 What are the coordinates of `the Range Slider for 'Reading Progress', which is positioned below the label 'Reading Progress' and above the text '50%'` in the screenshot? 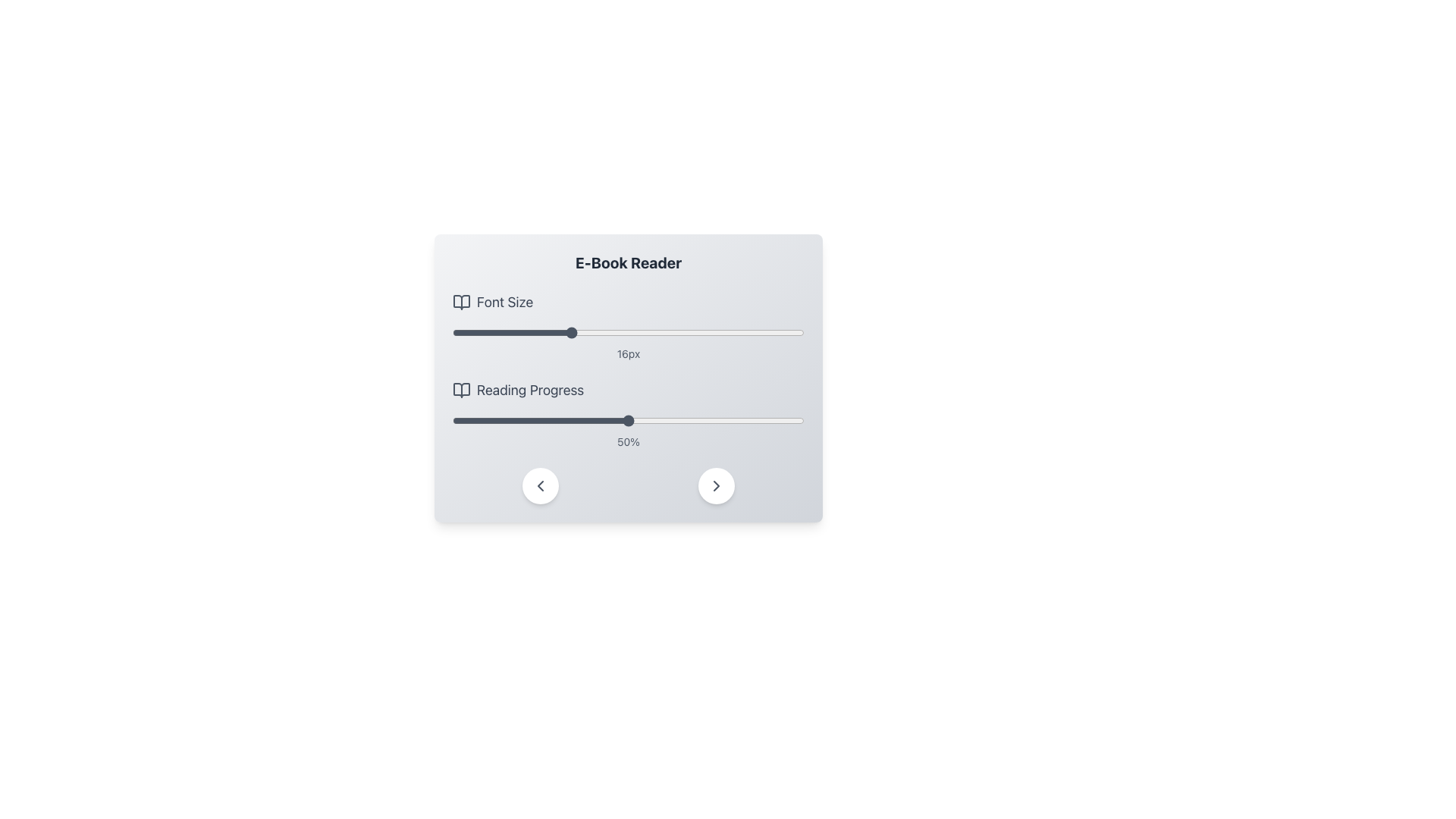 It's located at (629, 421).